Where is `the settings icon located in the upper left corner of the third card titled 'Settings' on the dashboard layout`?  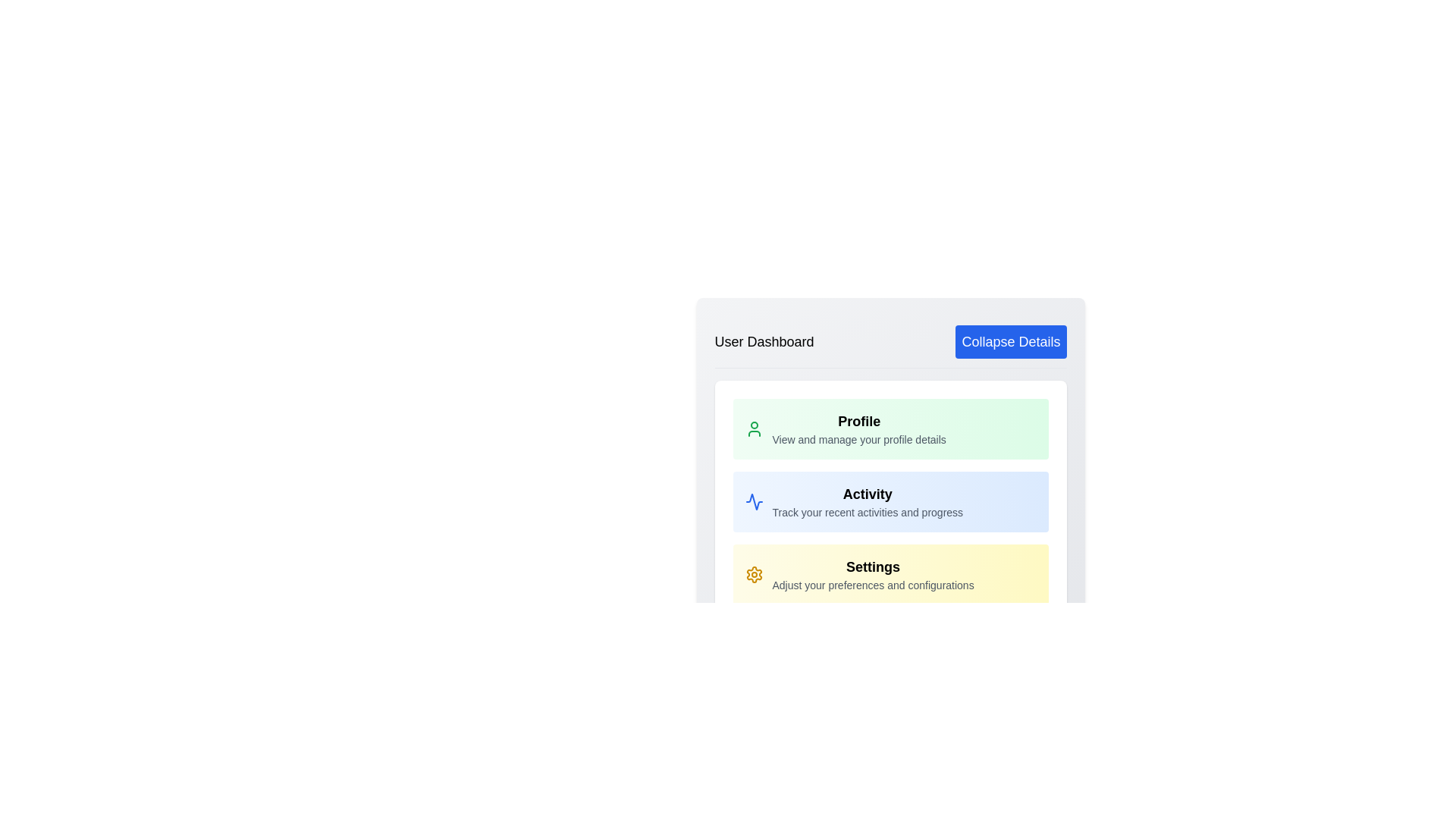 the settings icon located in the upper left corner of the third card titled 'Settings' on the dashboard layout is located at coordinates (754, 575).